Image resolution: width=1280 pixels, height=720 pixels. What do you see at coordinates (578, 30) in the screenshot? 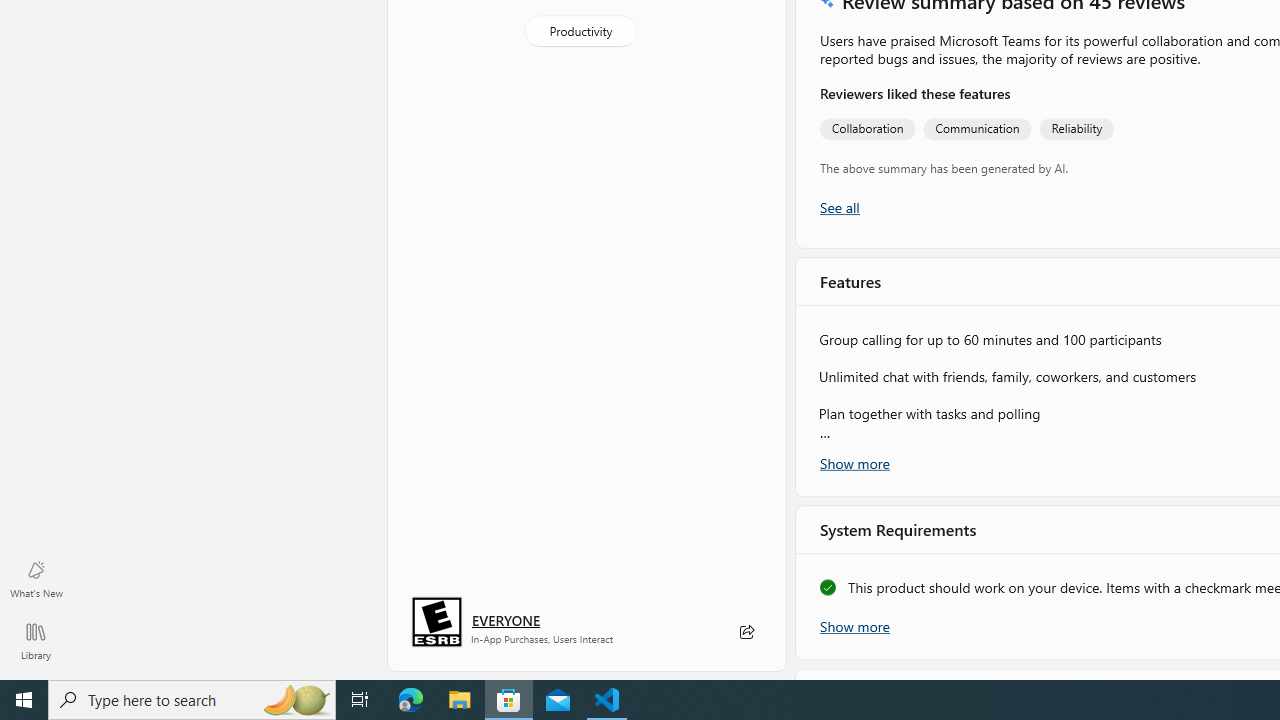
I see `'Productivity'` at bounding box center [578, 30].